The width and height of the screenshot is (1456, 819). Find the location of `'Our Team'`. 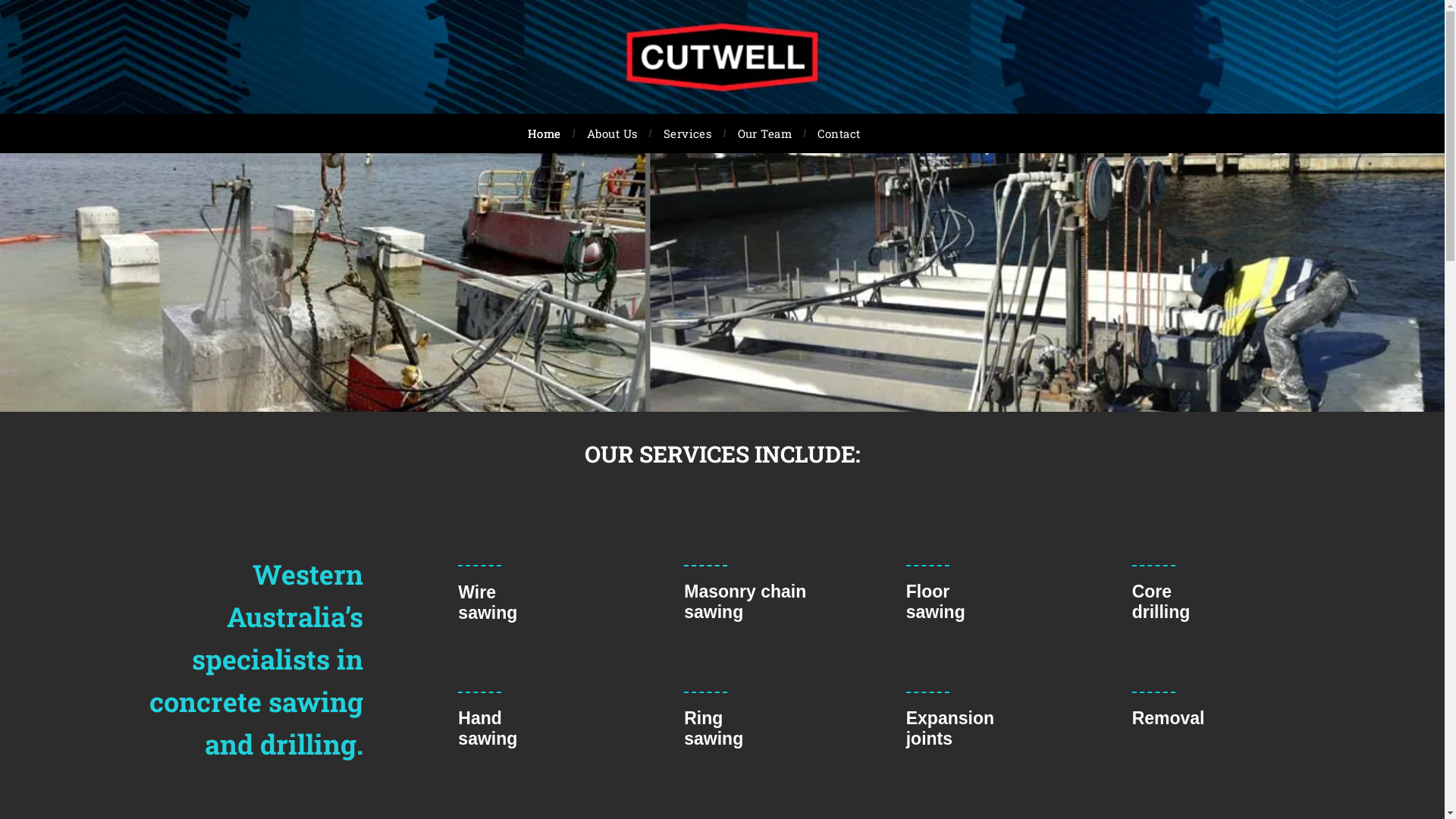

'Our Team' is located at coordinates (764, 133).